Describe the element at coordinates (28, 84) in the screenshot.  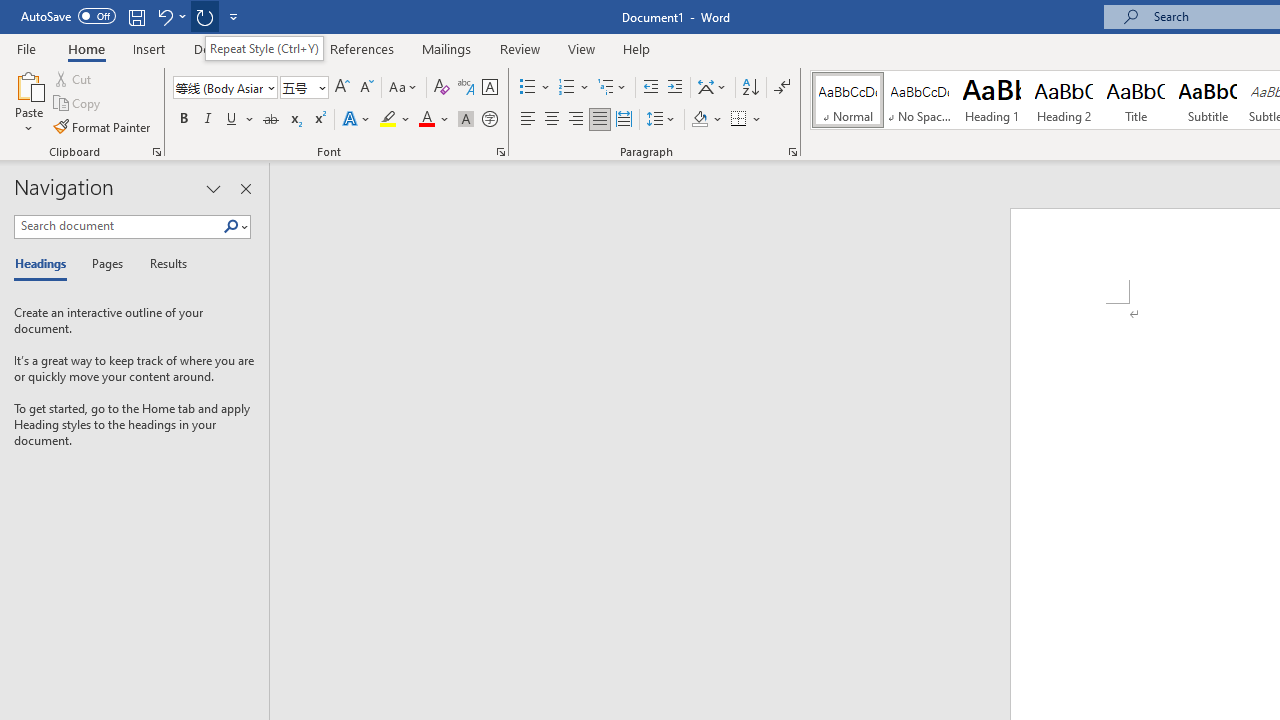
I see `'Paste'` at that location.